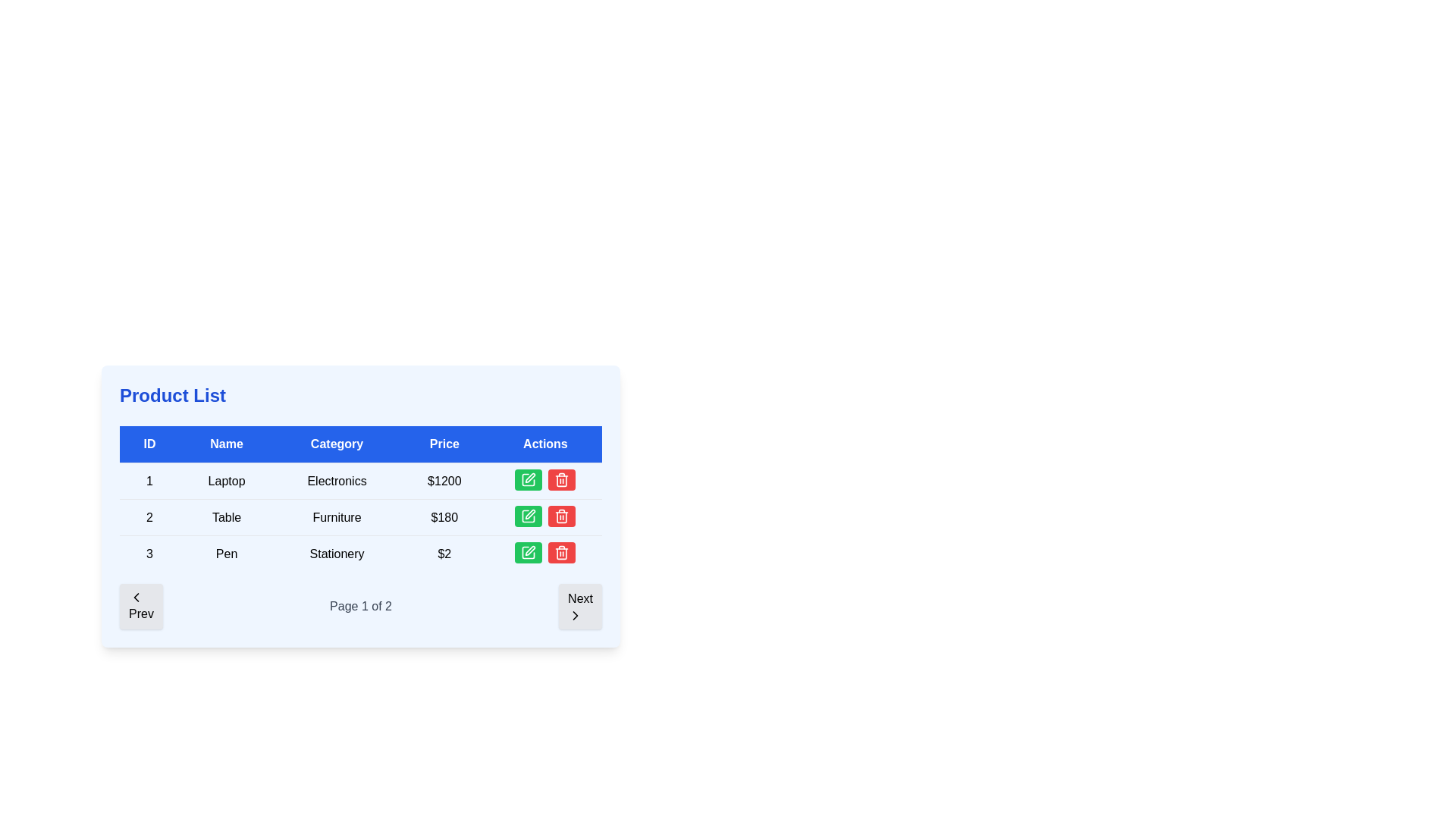 This screenshot has height=819, width=1456. Describe the element at coordinates (149, 444) in the screenshot. I see `the Table Header element that indicates the column for IDs, which is located at the top left of the table layout` at that location.